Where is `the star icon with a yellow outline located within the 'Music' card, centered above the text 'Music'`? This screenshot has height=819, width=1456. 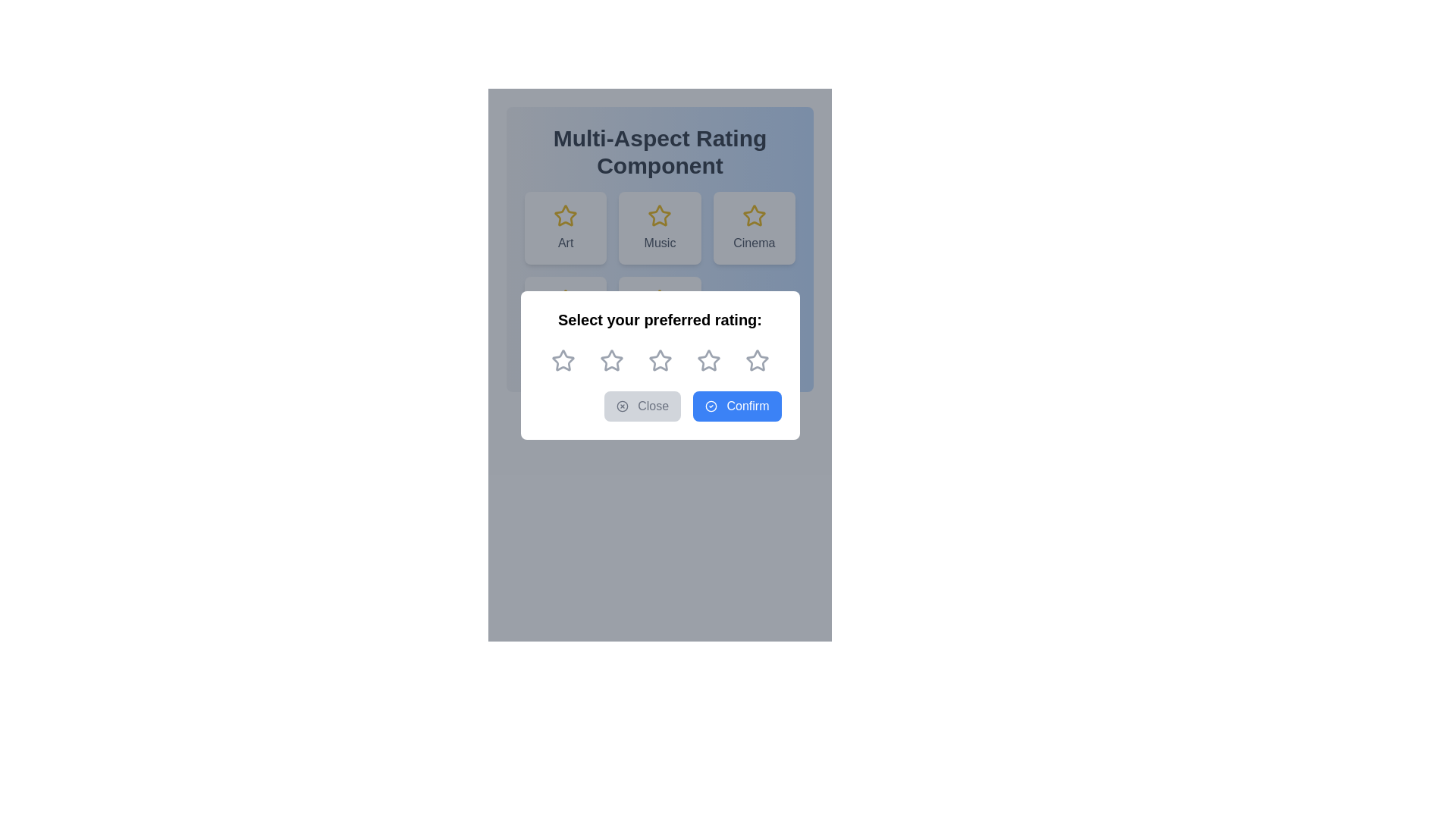 the star icon with a yellow outline located within the 'Music' card, centered above the text 'Music' is located at coordinates (660, 216).